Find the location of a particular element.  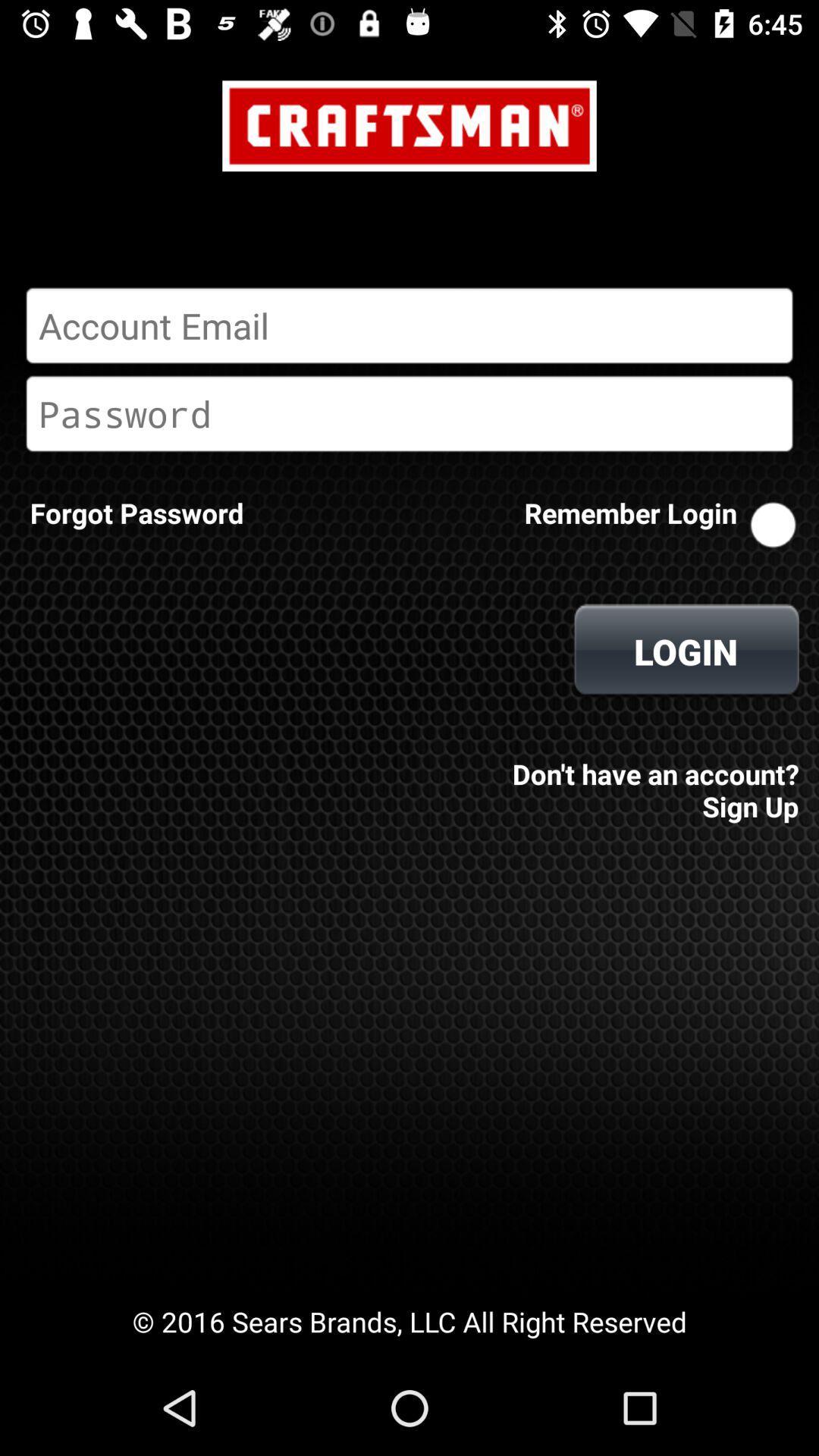

don t have icon is located at coordinates (651, 780).